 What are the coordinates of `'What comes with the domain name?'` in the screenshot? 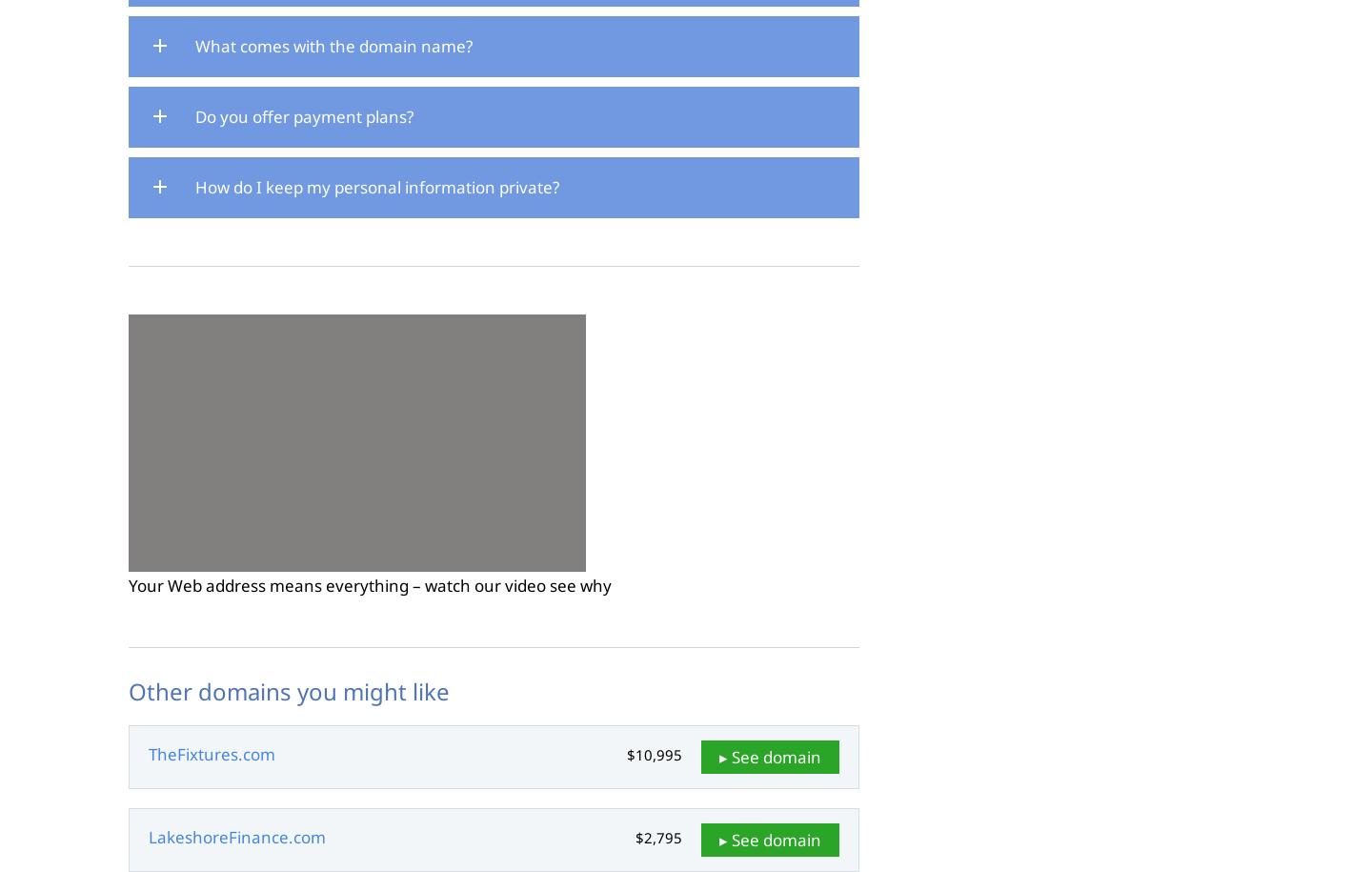 It's located at (333, 46).